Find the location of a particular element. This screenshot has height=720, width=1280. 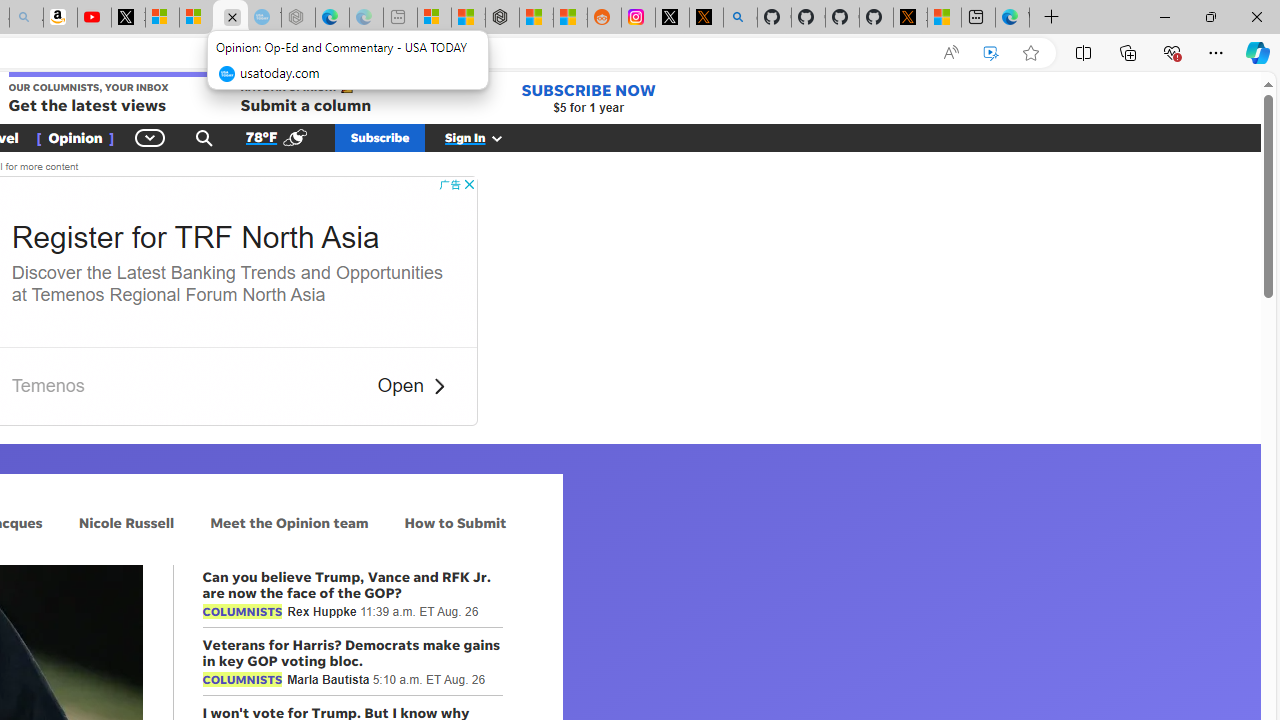

'help.x.com | 524: A timeout occurred' is located at coordinates (706, 17).